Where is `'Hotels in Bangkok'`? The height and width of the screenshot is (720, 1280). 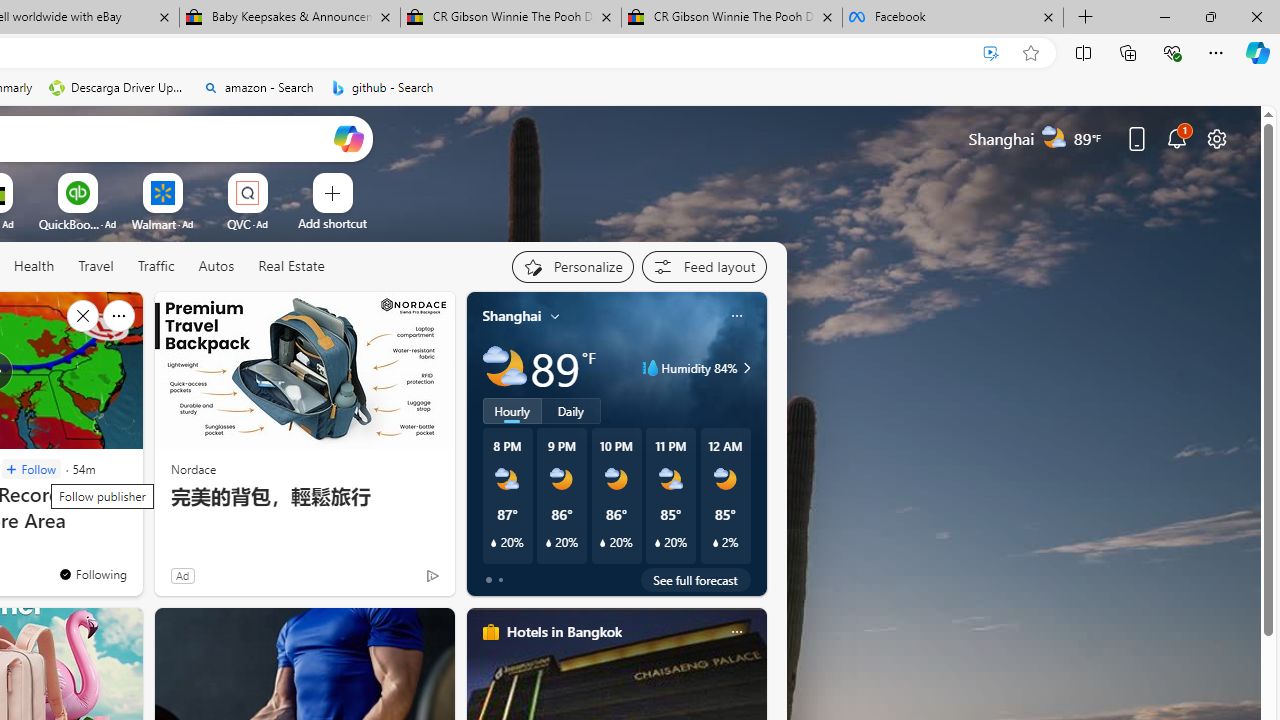
'Hotels in Bangkok' is located at coordinates (562, 631).